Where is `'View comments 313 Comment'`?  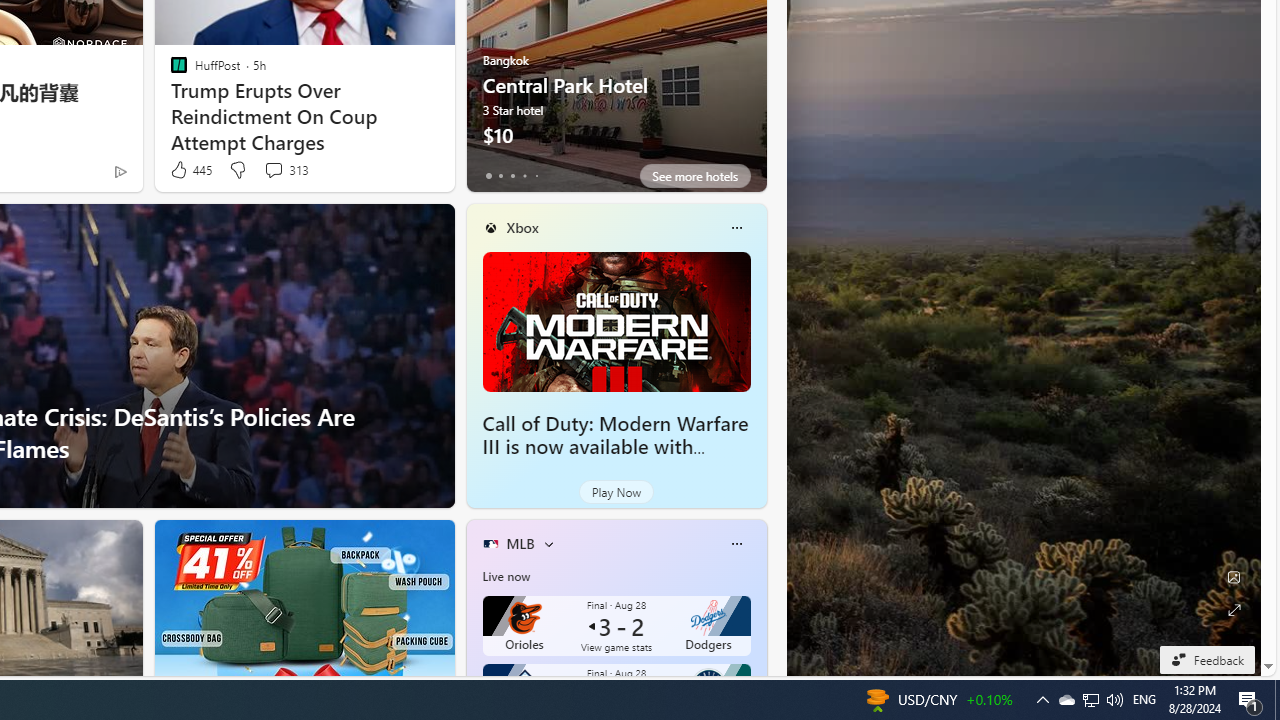 'View comments 313 Comment' is located at coordinates (285, 169).